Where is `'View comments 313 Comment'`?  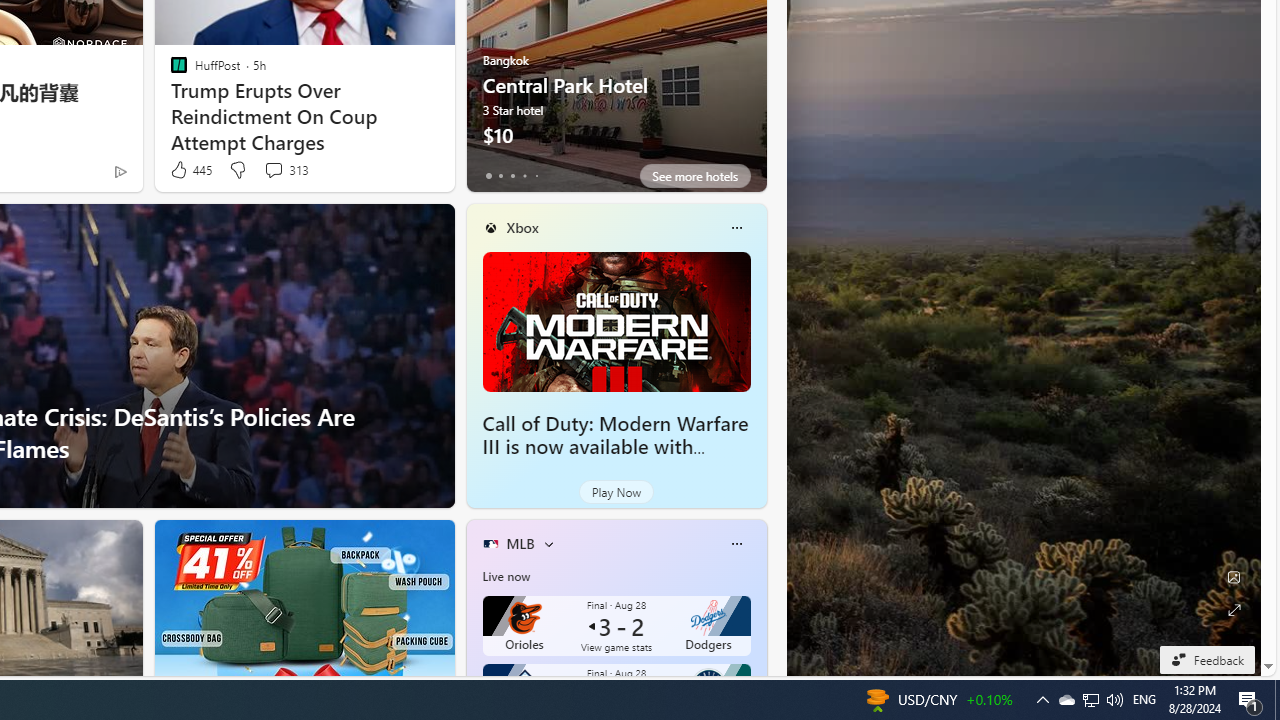 'View comments 313 Comment' is located at coordinates (285, 169).